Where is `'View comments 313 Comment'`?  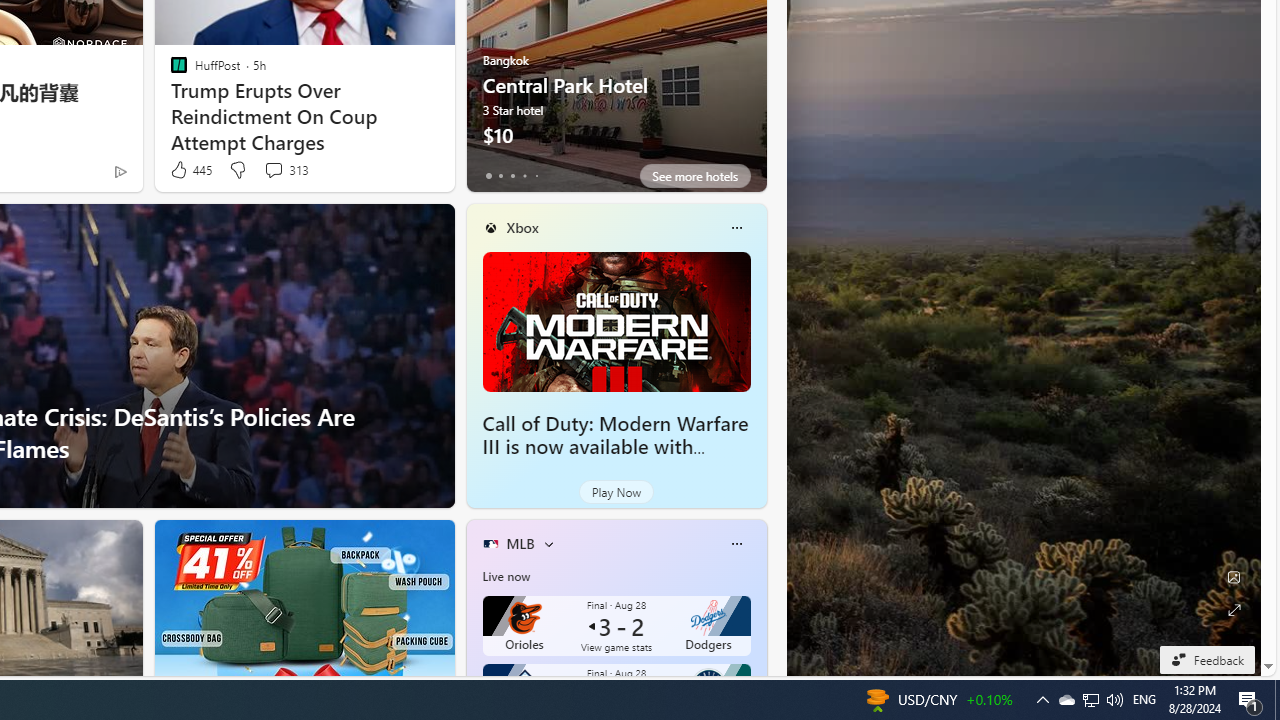 'View comments 313 Comment' is located at coordinates (285, 169).